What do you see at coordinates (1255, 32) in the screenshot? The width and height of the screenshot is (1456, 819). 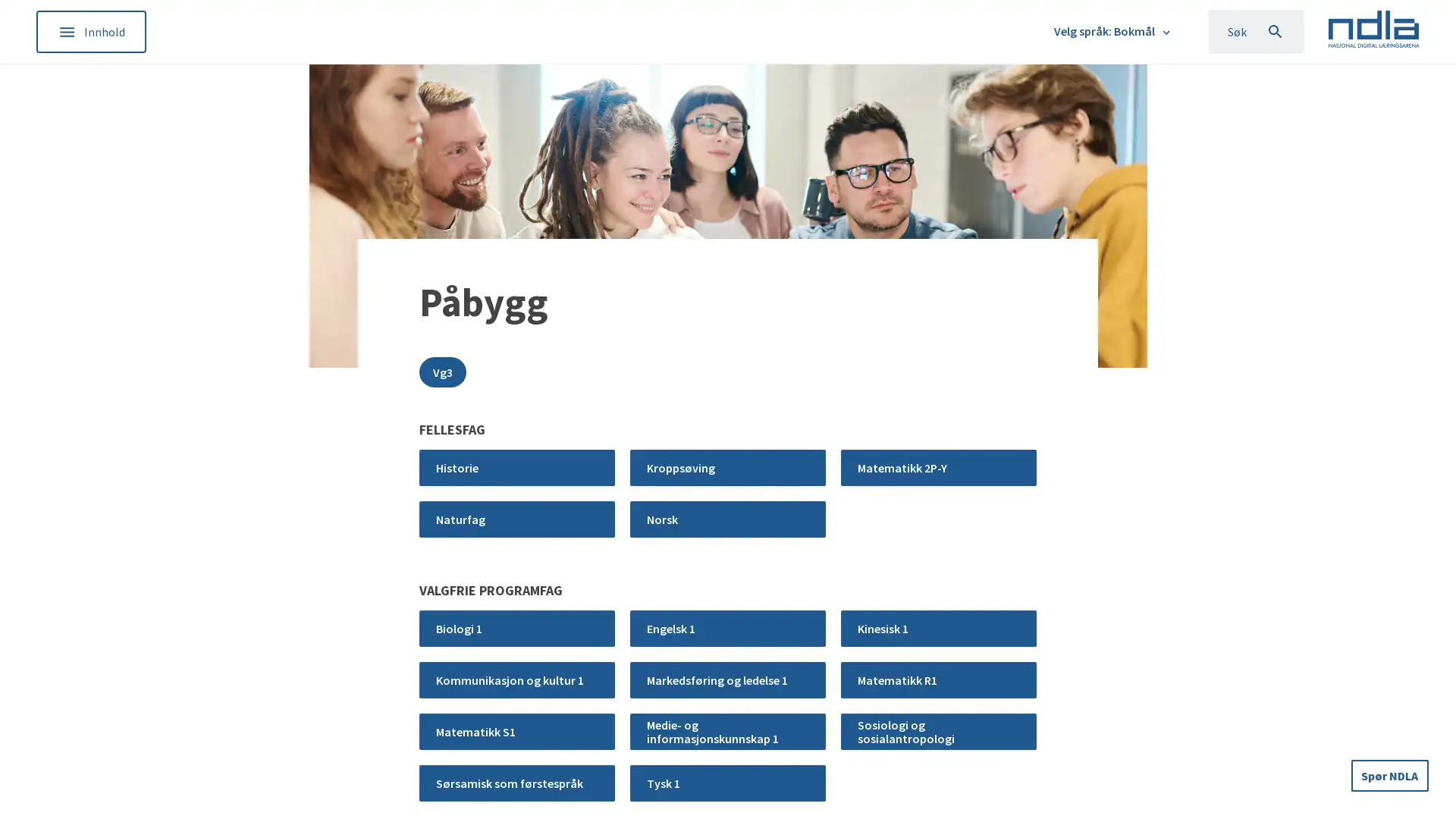 I see `Sk` at bounding box center [1255, 32].